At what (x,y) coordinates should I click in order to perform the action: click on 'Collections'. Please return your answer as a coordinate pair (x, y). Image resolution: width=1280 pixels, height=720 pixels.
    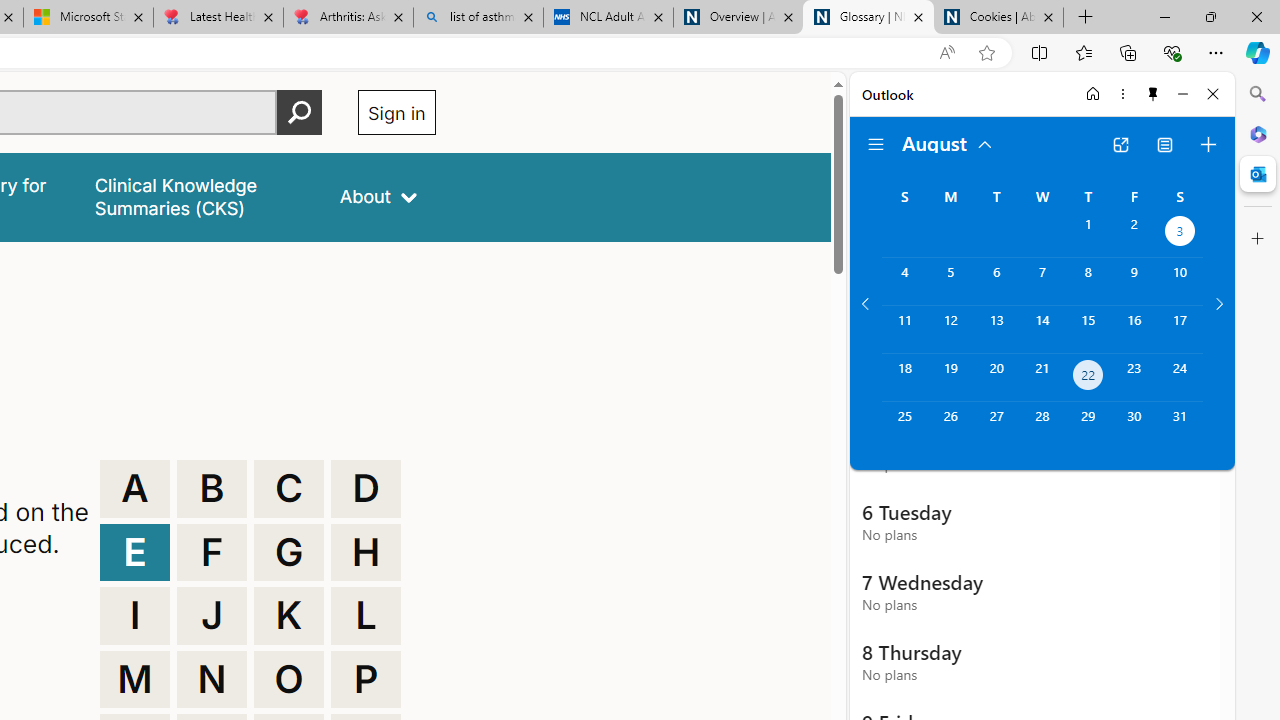
    Looking at the image, I should click on (1128, 51).